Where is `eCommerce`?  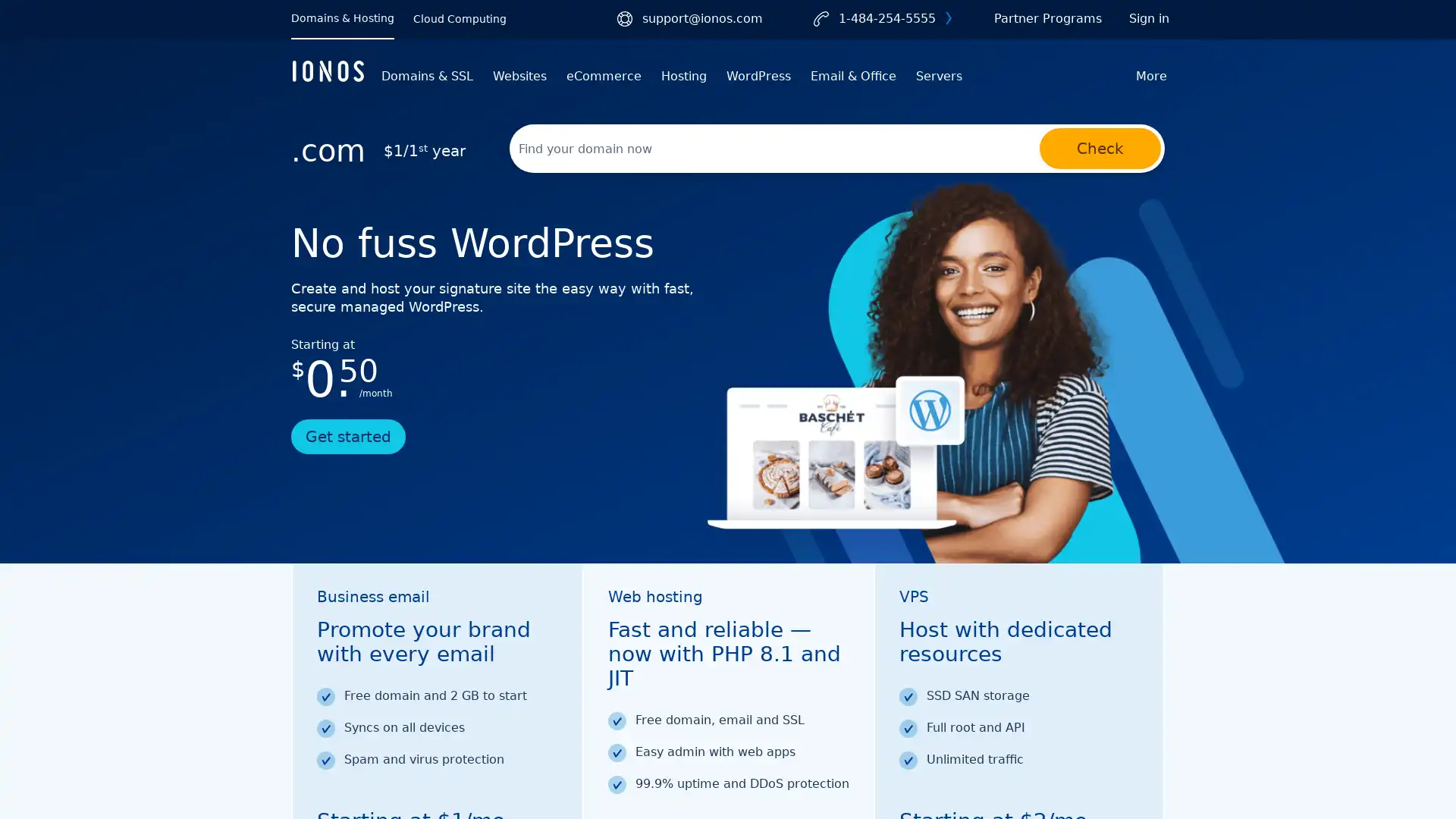
eCommerce is located at coordinates (593, 76).